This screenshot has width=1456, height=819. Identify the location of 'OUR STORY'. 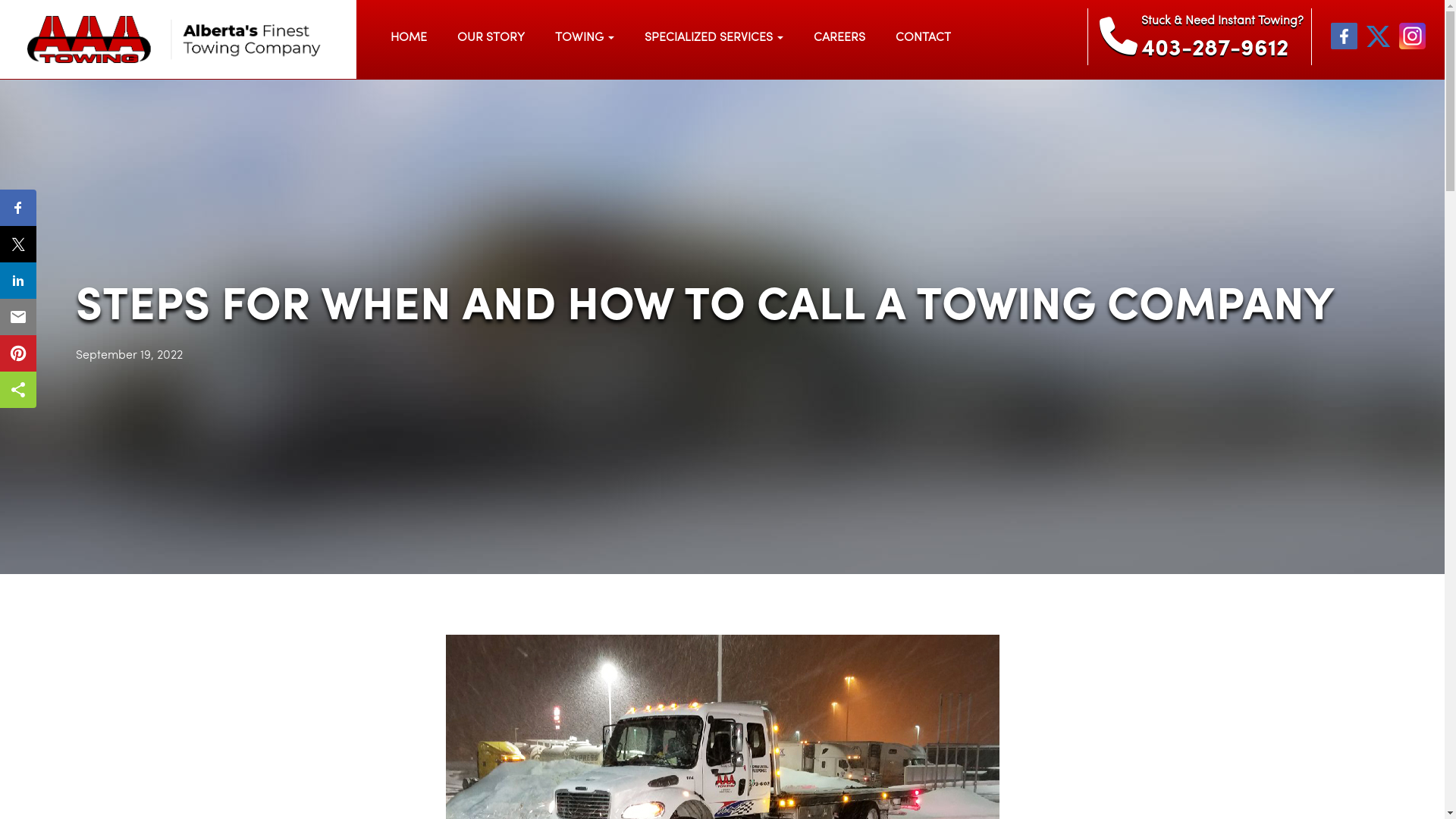
(491, 37).